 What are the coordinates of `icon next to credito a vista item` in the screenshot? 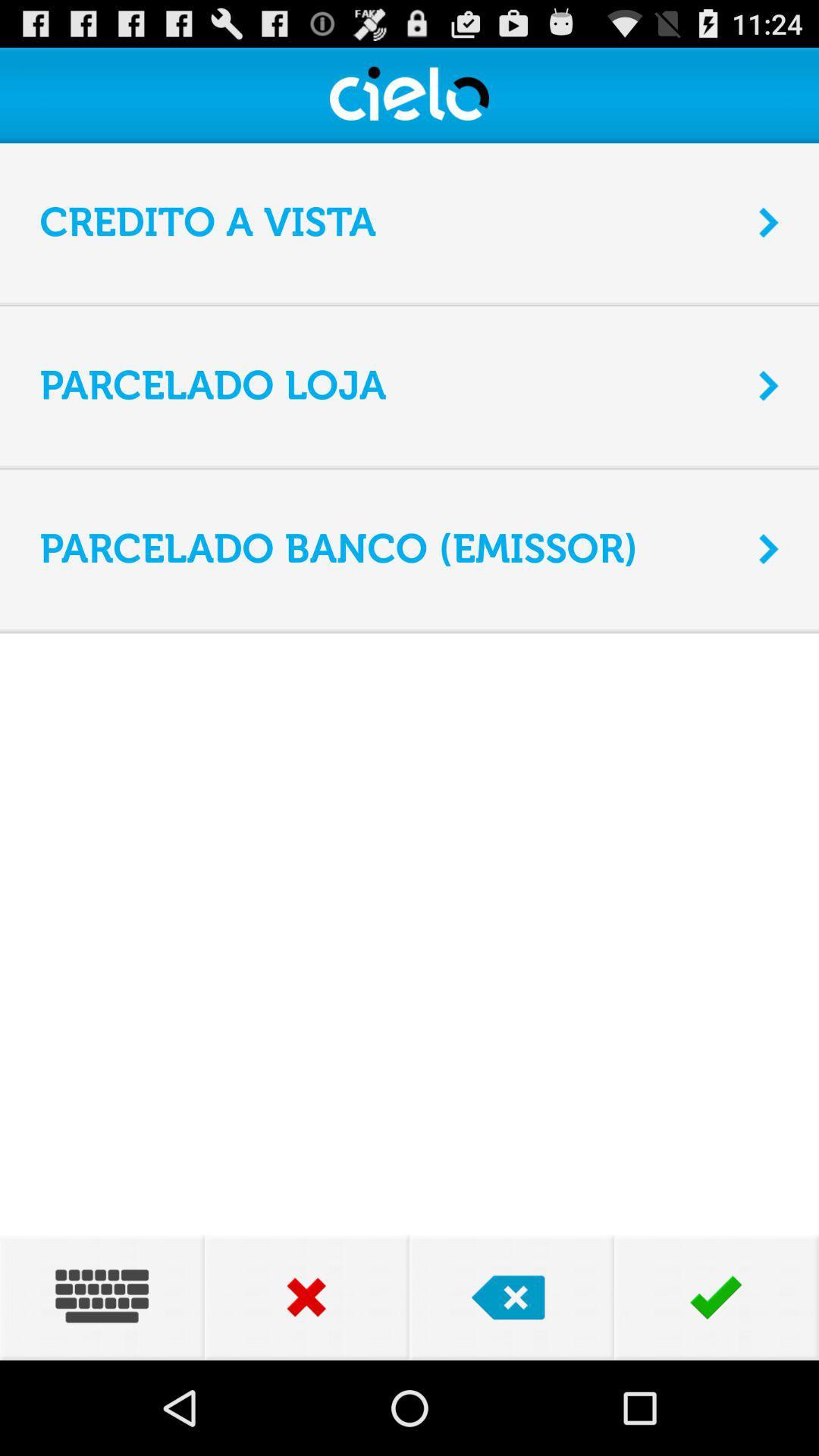 It's located at (769, 221).